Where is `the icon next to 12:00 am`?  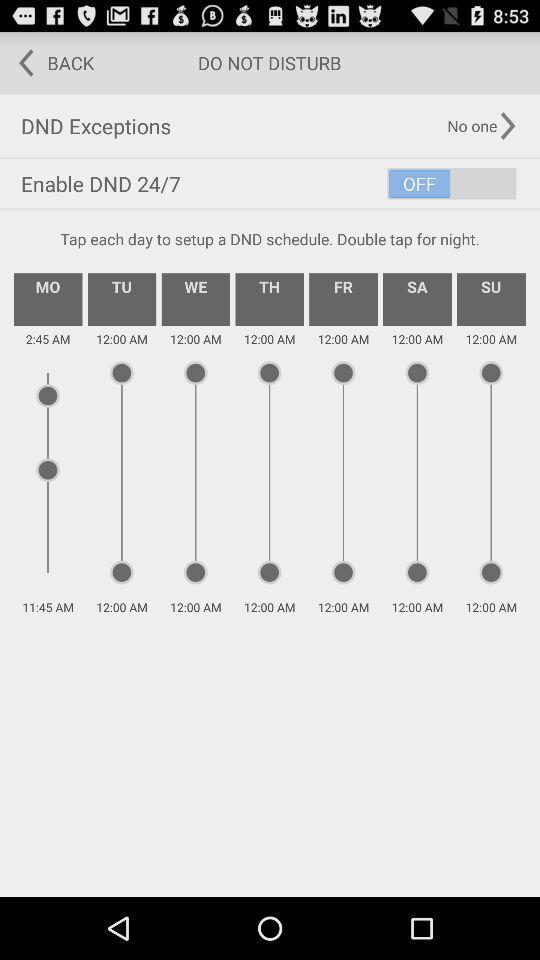 the icon next to 12:00 am is located at coordinates (416, 298).